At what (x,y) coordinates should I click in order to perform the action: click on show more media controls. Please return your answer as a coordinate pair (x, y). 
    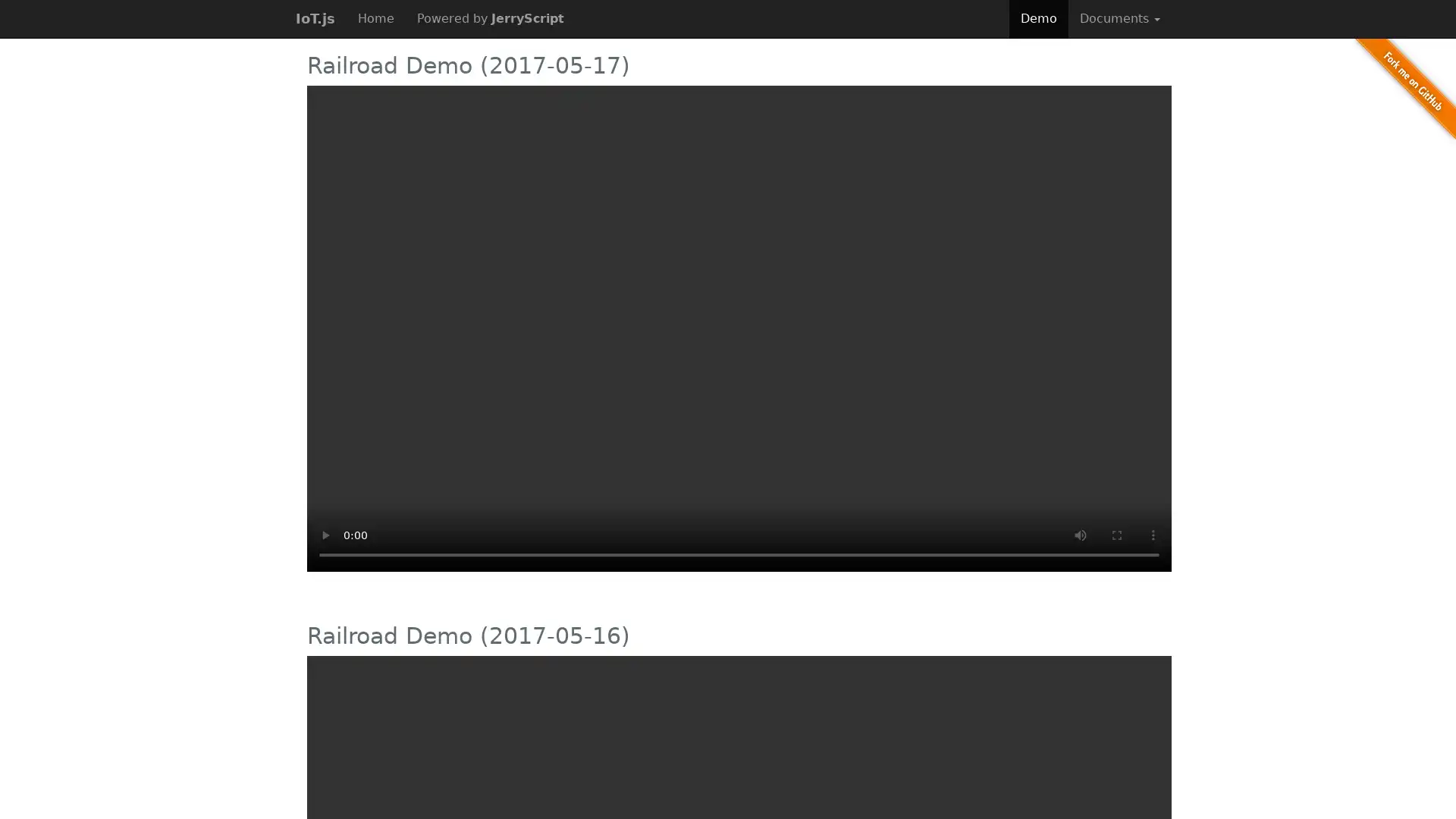
    Looking at the image, I should click on (1153, 534).